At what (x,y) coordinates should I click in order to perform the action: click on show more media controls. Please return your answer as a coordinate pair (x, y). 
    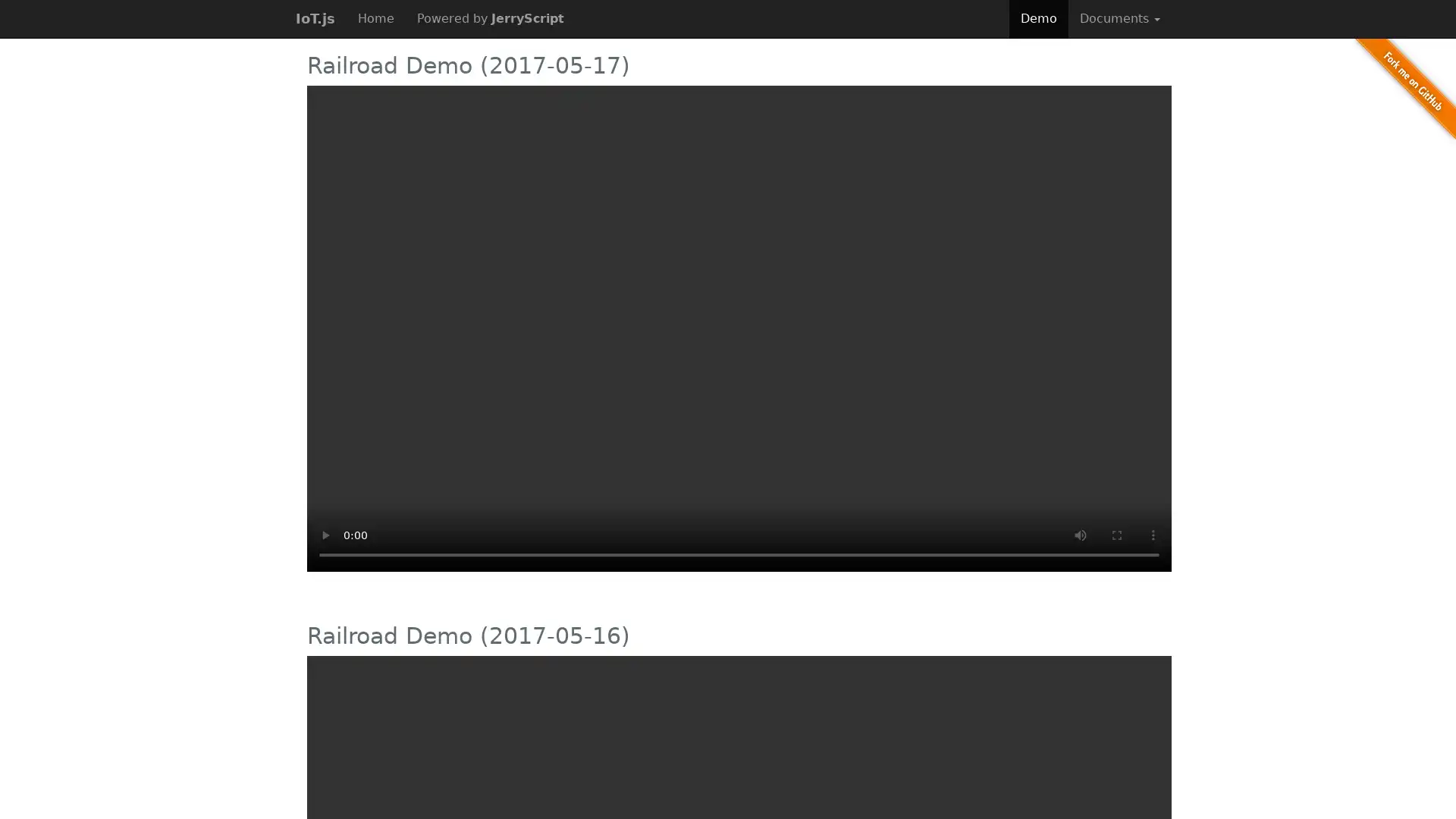
    Looking at the image, I should click on (1153, 534).